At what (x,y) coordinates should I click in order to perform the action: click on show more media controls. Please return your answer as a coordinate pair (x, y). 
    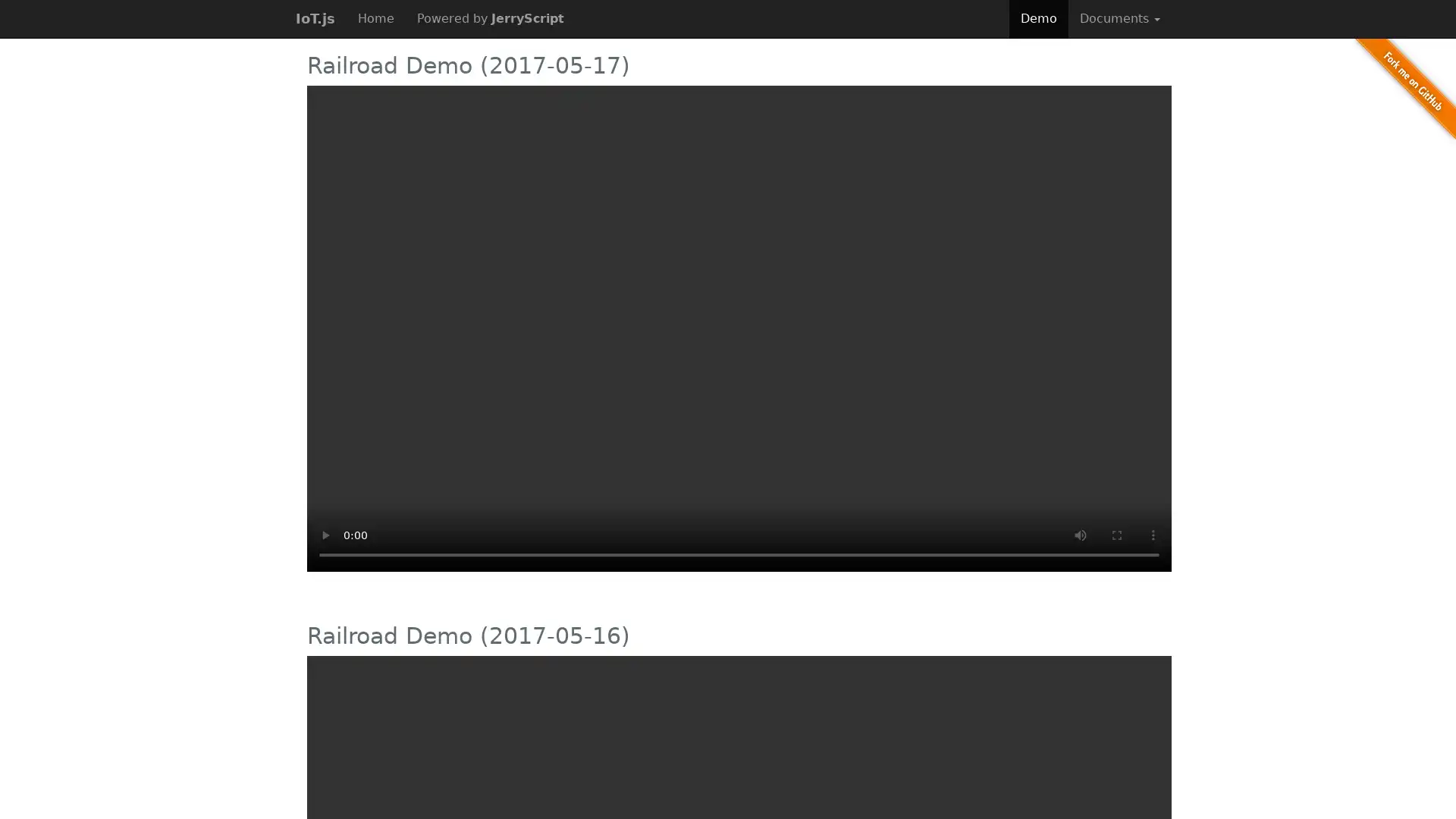
    Looking at the image, I should click on (1153, 534).